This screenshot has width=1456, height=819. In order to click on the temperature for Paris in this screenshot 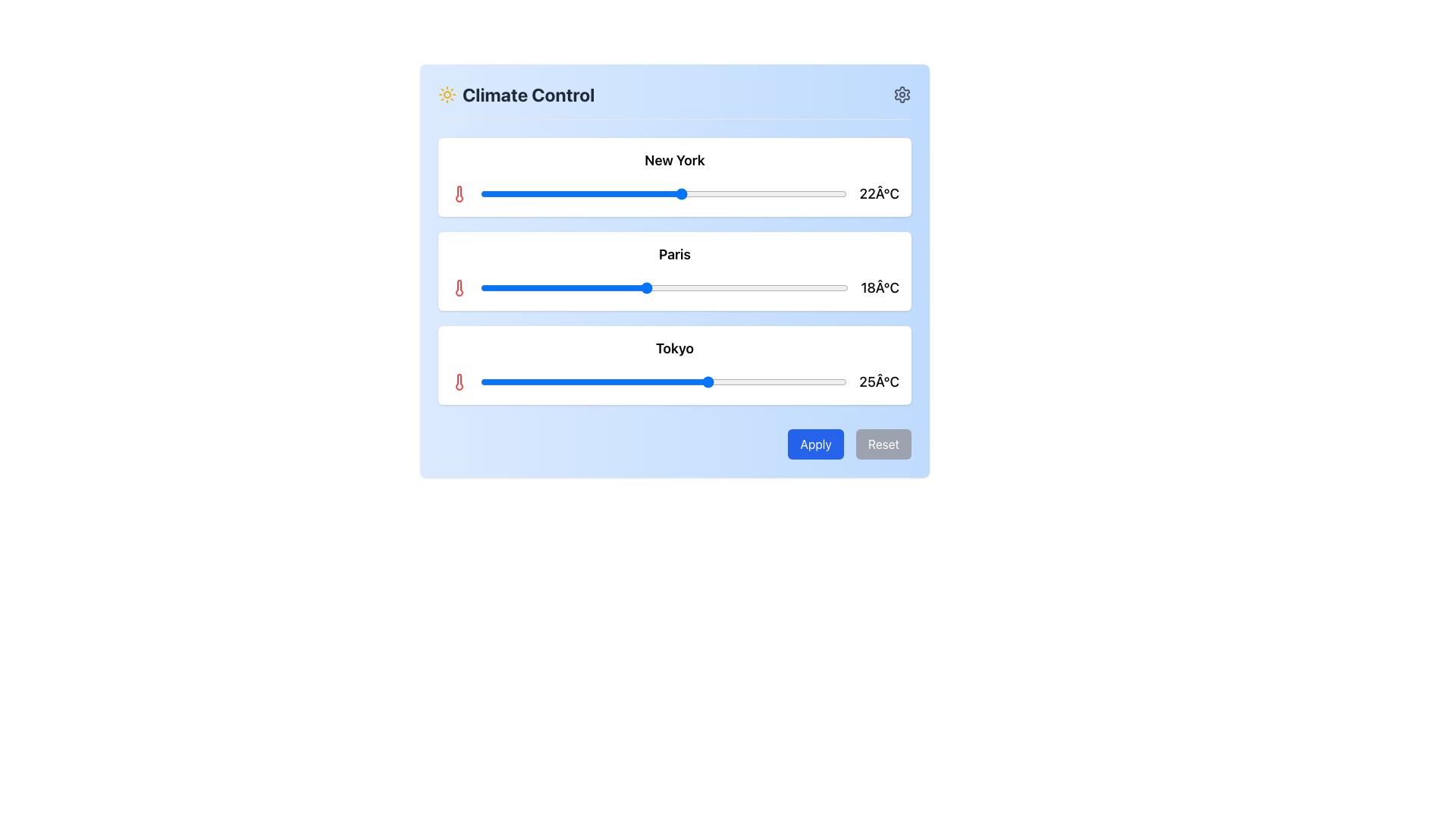, I will do `click(628, 288)`.